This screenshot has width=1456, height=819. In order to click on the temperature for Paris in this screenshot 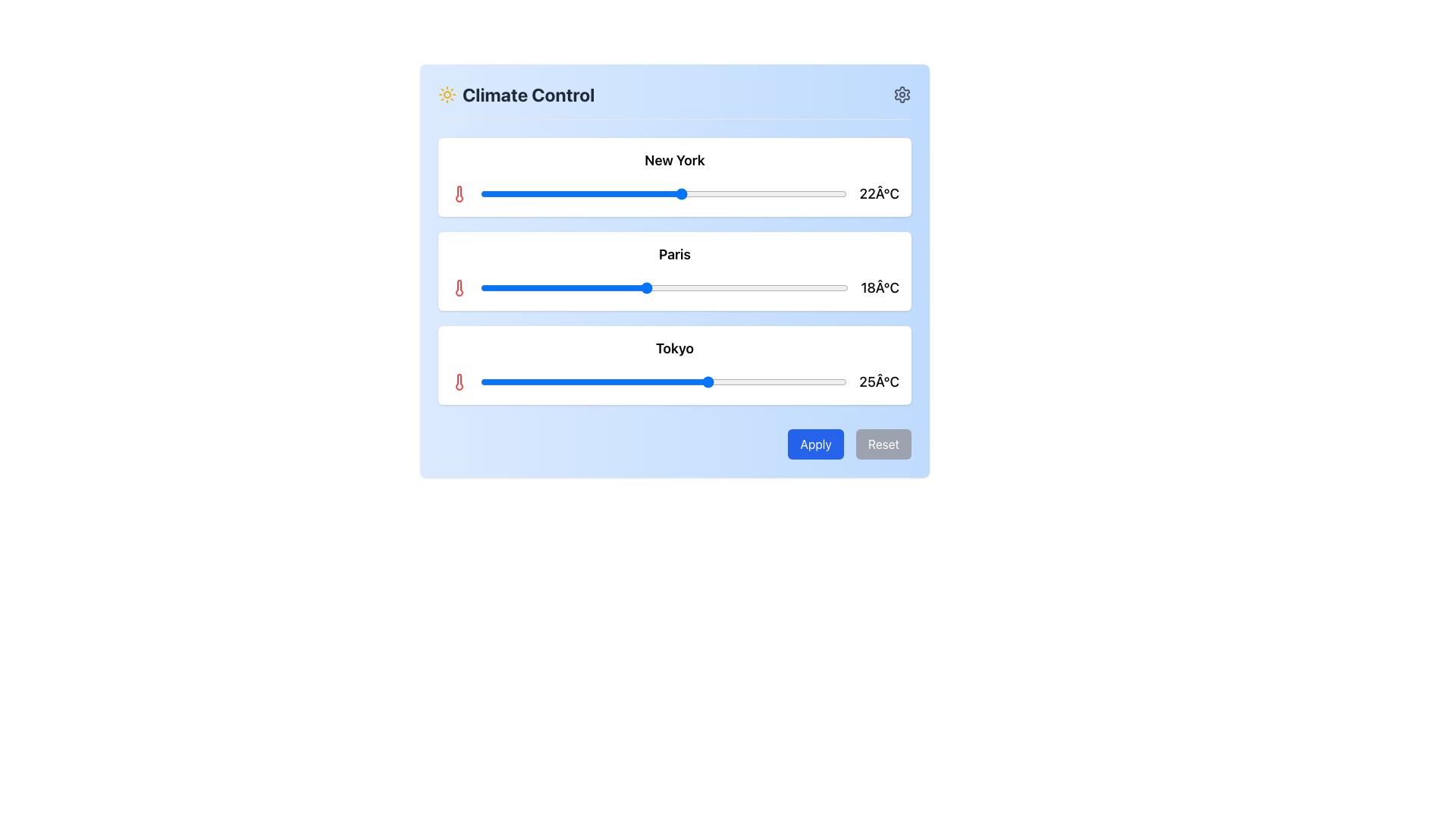, I will do `click(628, 288)`.